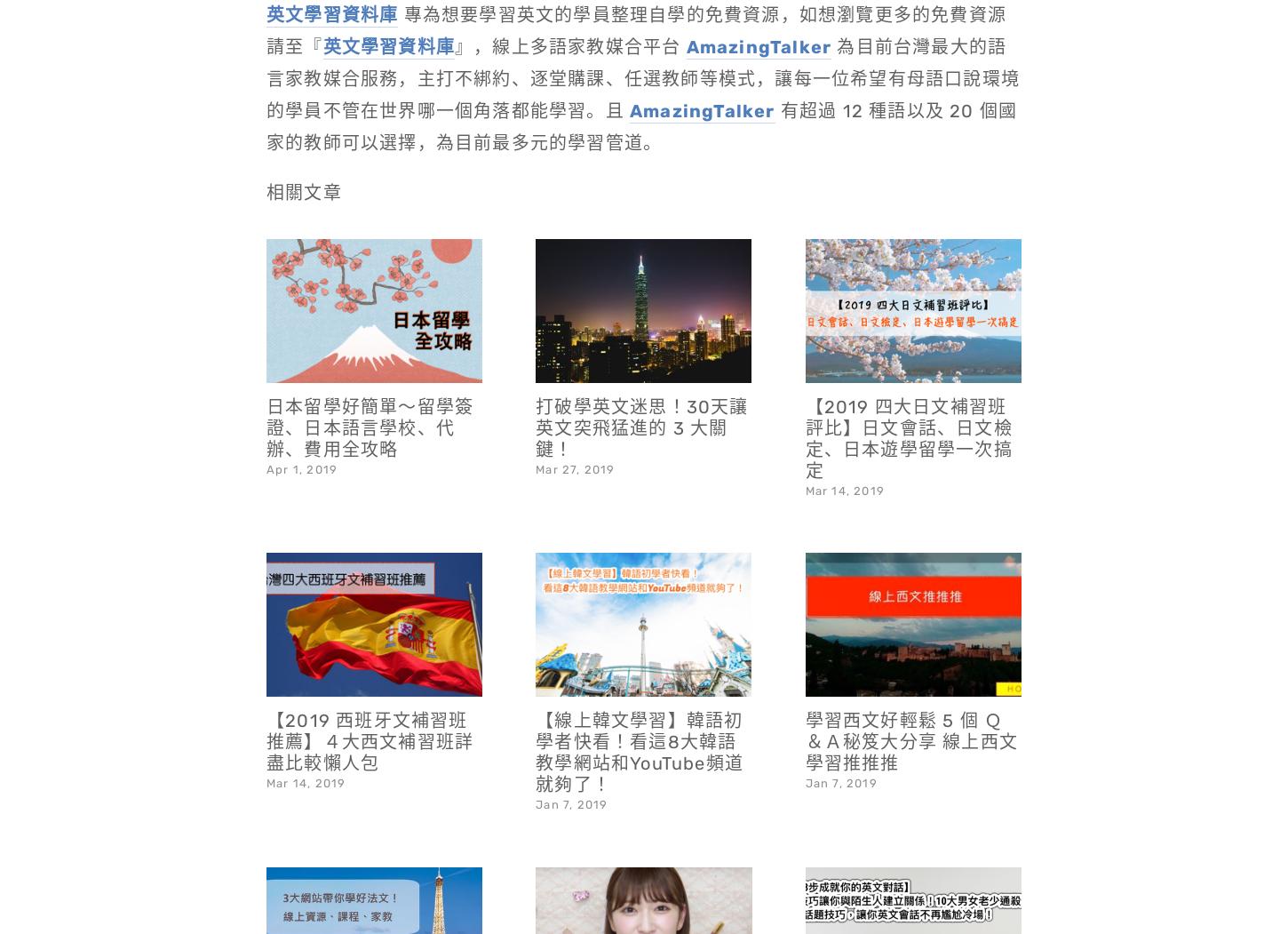 Image resolution: width=1288 pixels, height=934 pixels. Describe the element at coordinates (369, 694) in the screenshot. I see `'【2019 西班牙文補習班推薦】４大西文補習班詳盡比較懶人包'` at that location.